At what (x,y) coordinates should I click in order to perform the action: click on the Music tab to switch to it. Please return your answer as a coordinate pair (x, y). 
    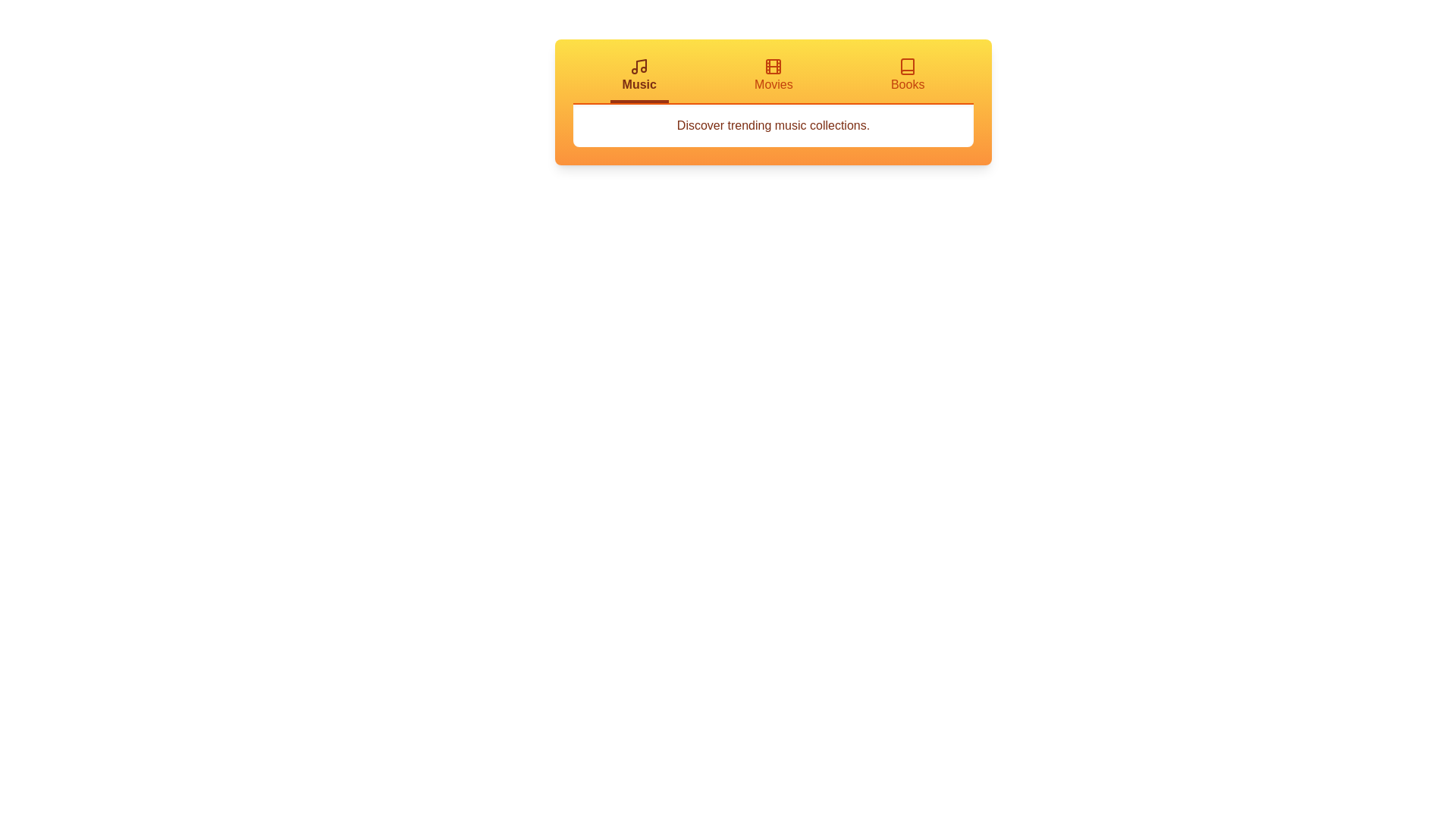
    Looking at the image, I should click on (639, 80).